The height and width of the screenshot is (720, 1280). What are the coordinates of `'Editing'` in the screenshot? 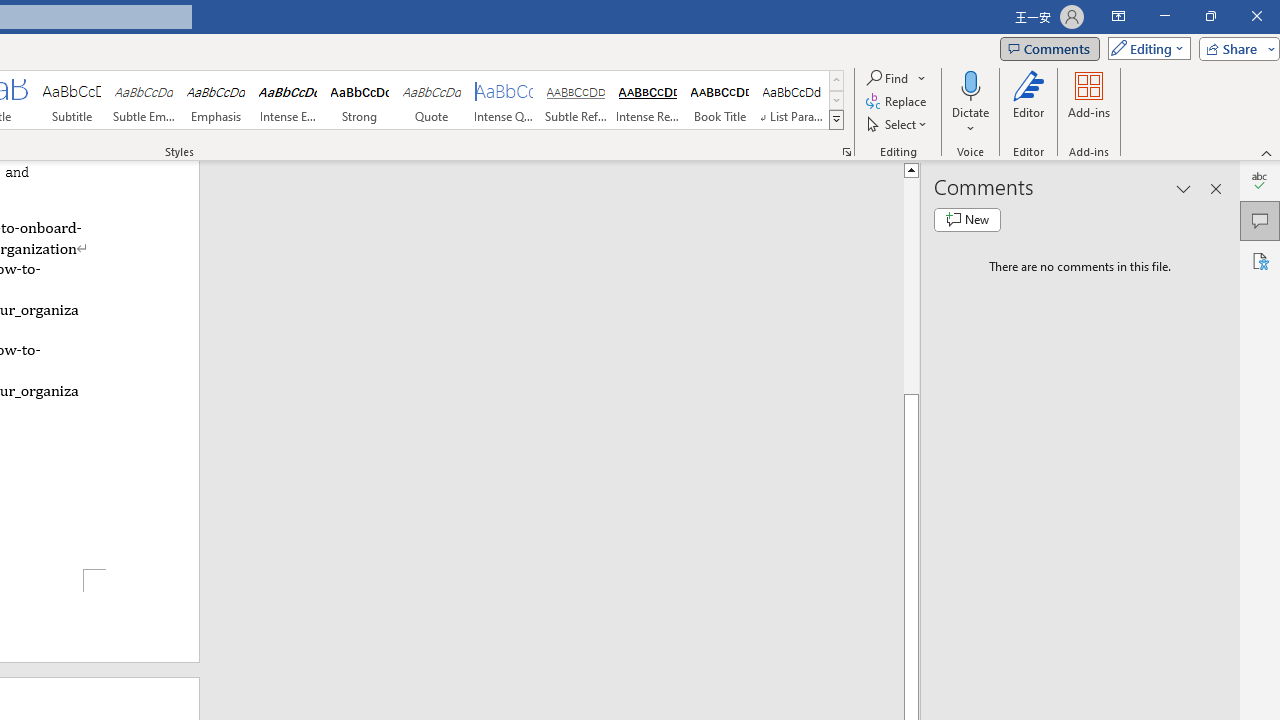 It's located at (1144, 47).